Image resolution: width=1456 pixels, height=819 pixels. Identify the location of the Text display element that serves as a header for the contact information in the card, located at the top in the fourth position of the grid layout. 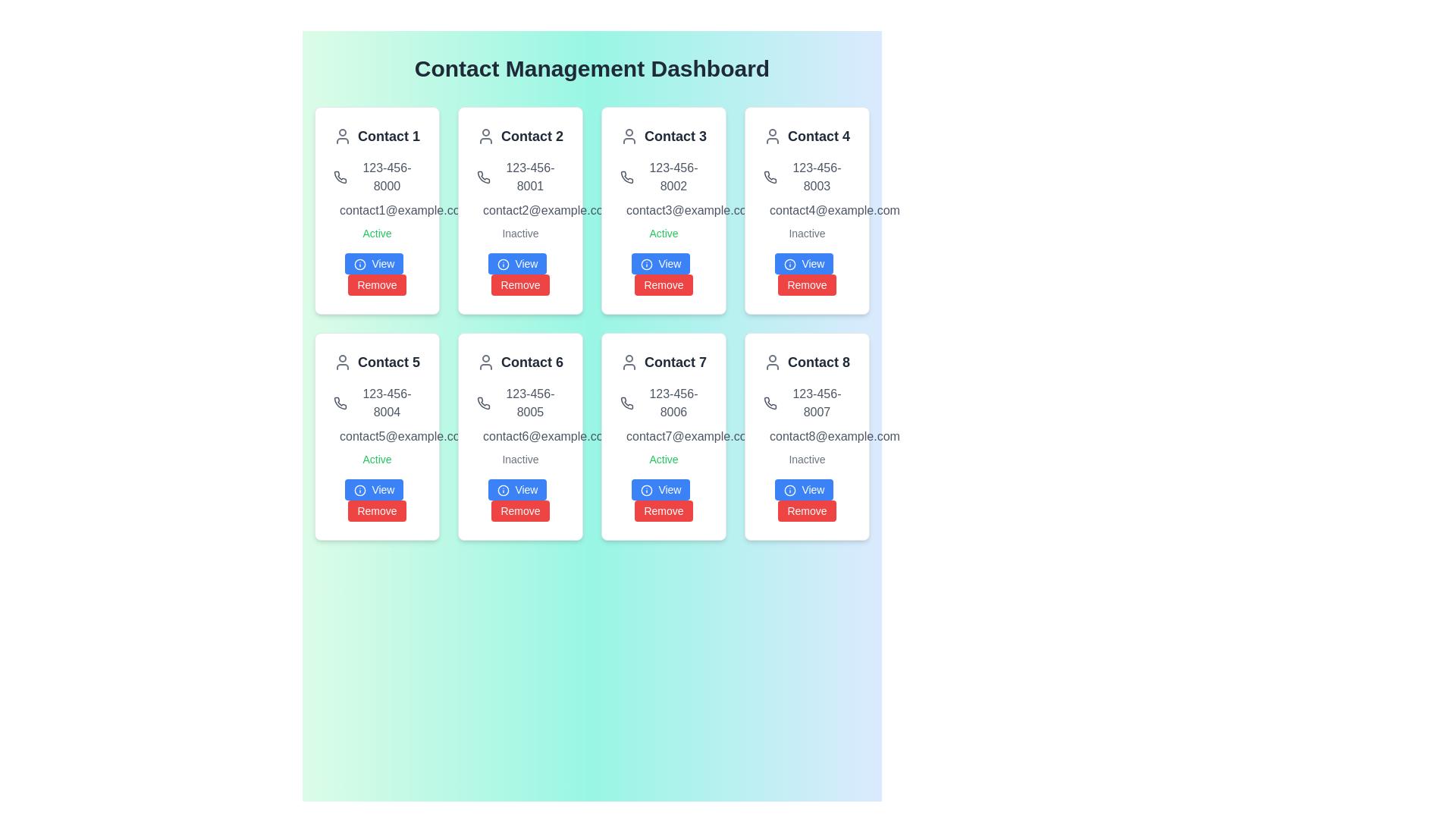
(806, 136).